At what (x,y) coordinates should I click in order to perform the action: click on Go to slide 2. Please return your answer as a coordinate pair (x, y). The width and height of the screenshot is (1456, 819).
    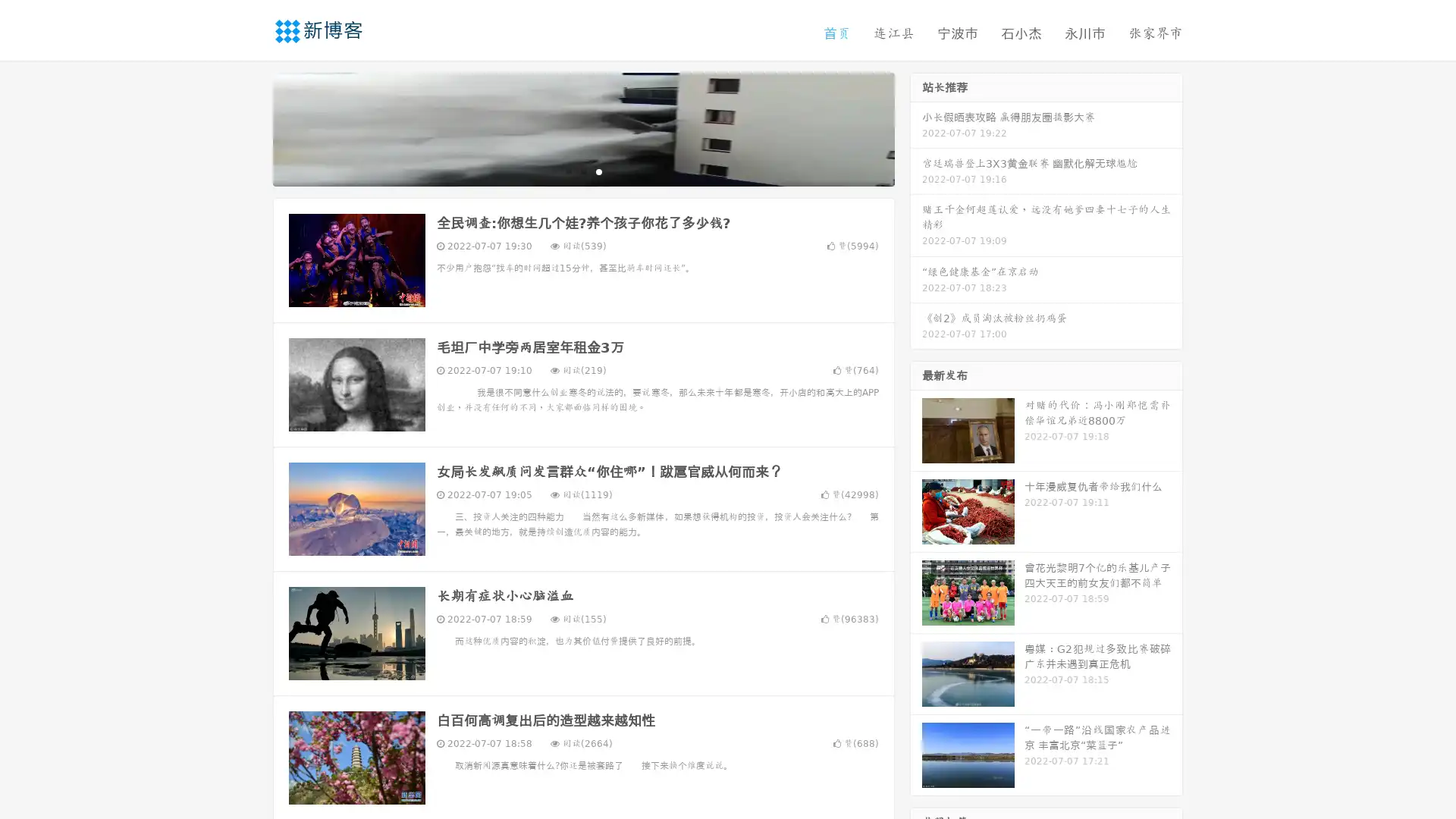
    Looking at the image, I should click on (582, 171).